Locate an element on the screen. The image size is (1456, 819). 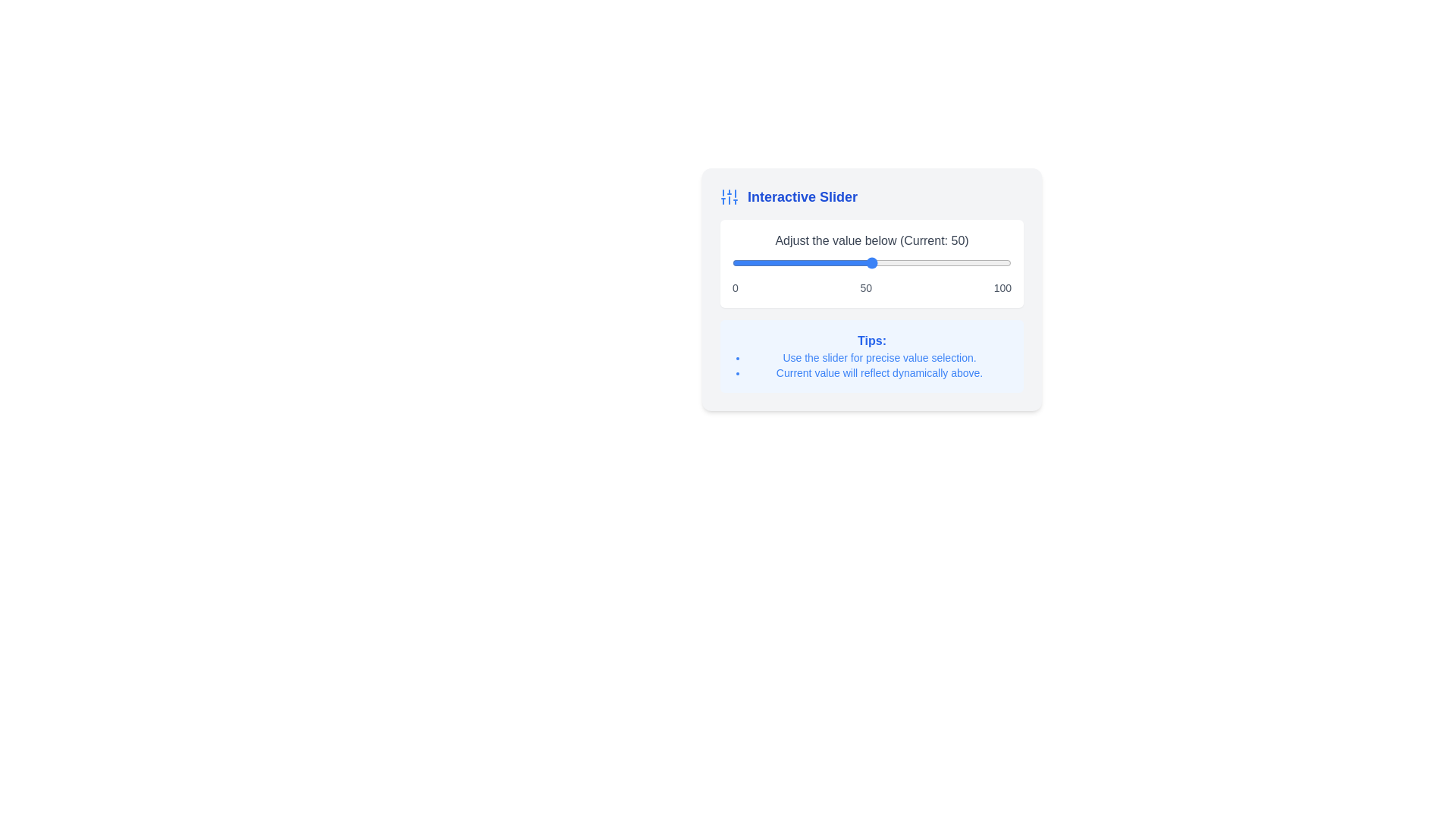
the slider value is located at coordinates (886, 262).